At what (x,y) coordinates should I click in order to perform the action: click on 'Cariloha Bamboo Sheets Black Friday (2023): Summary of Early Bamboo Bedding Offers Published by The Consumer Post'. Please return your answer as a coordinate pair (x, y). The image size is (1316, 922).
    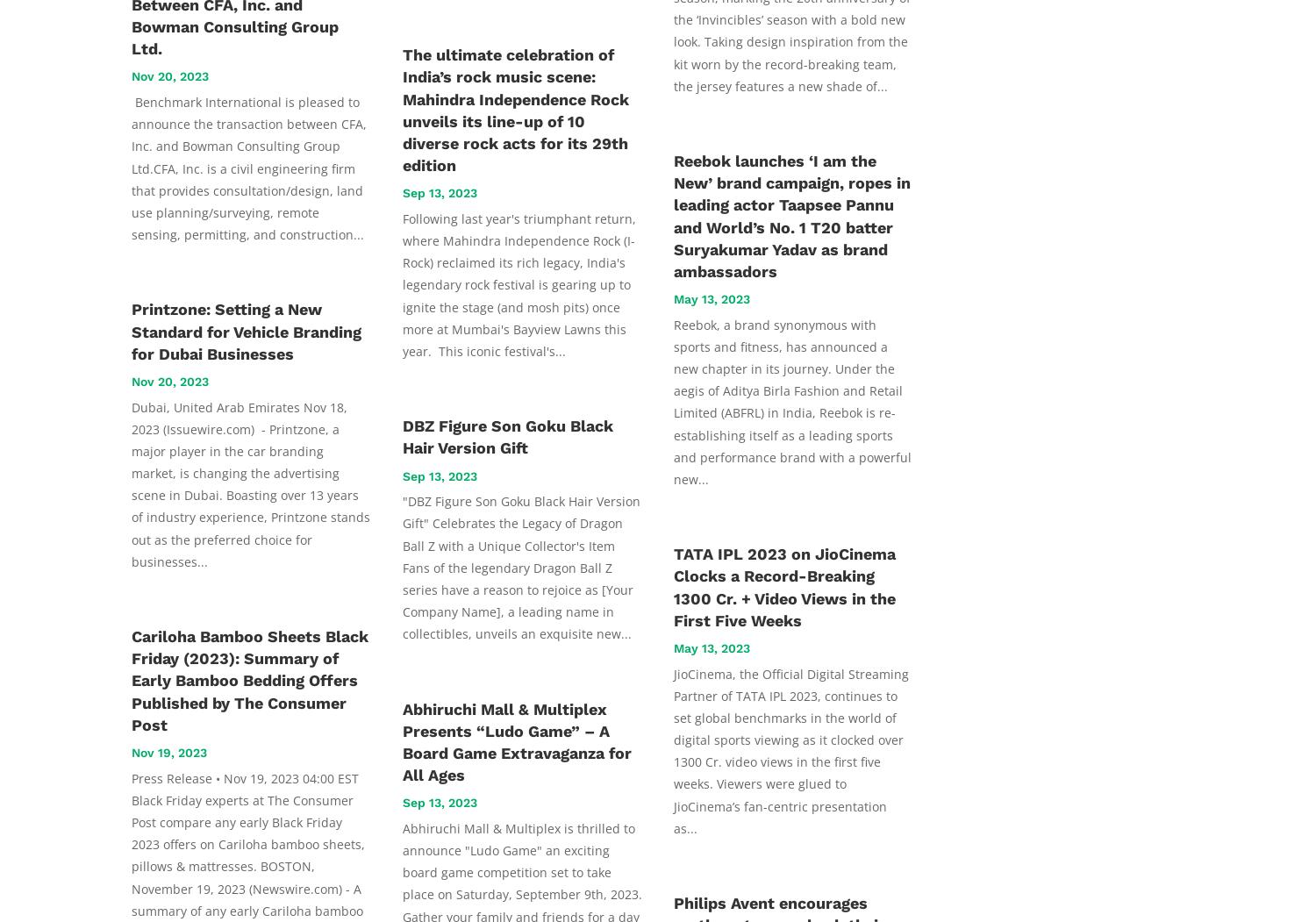
    Looking at the image, I should click on (250, 679).